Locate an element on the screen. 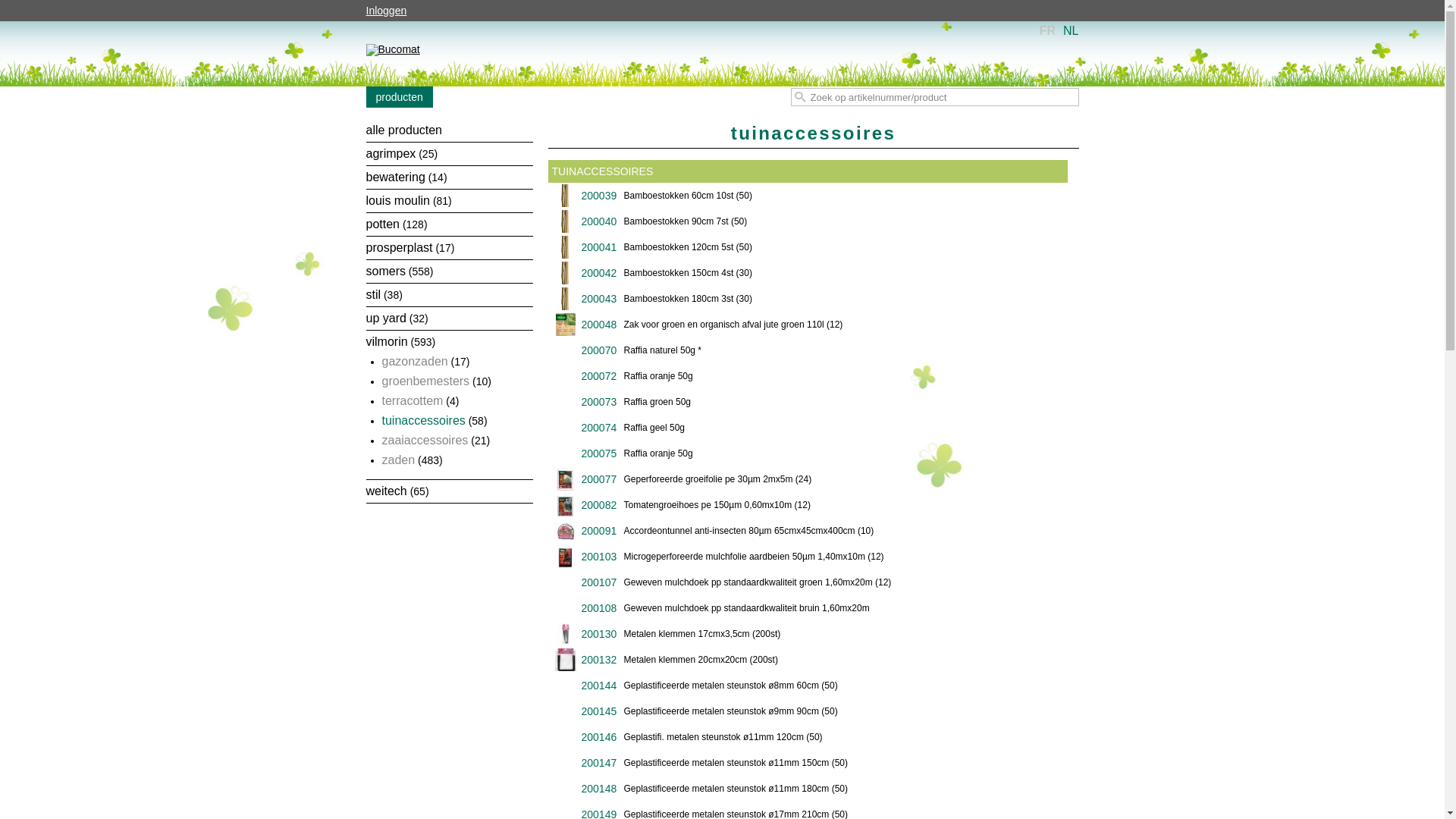  'bewatering' is located at coordinates (395, 176).